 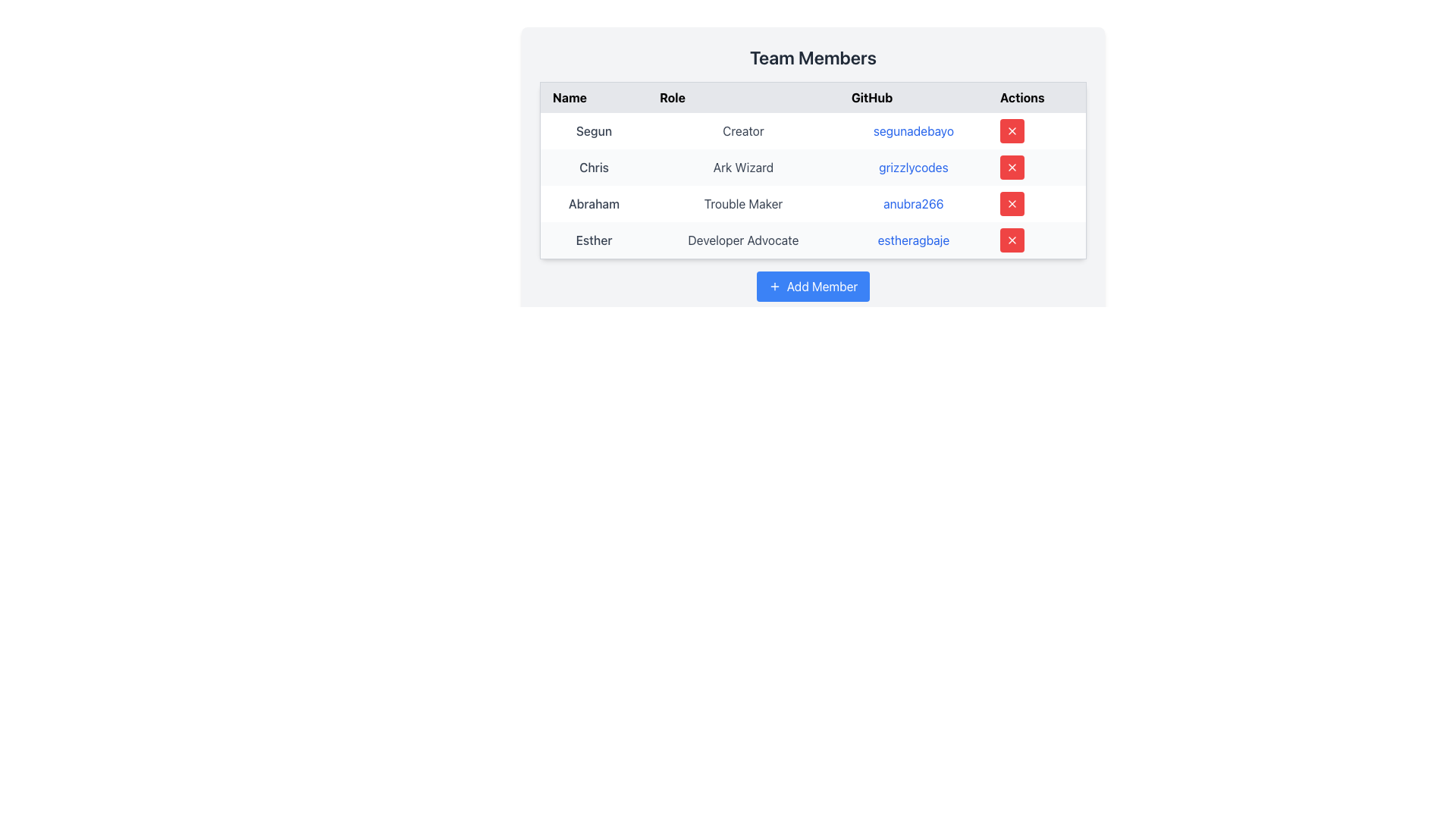 I want to click on the text hyperlink in the 'GitHub' column of the 'Team Members' table, so click(x=912, y=240).